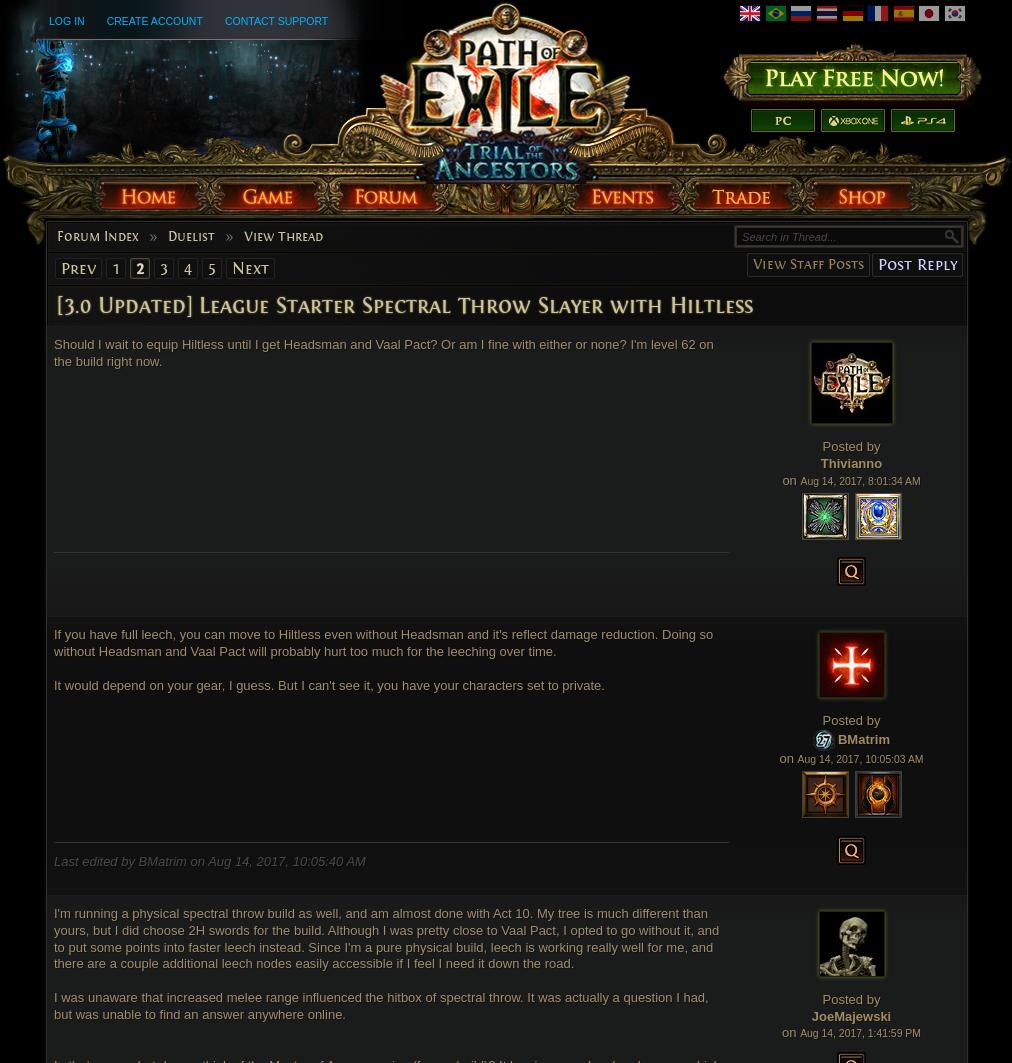 The image size is (1012, 1063). Describe the element at coordinates (383, 351) in the screenshot. I see `'Should I wait to equip Hiltless until I get Headsman and Vaal Pact?  Or am I fine with either or none?  I'm level 62 on the build right now.'` at that location.